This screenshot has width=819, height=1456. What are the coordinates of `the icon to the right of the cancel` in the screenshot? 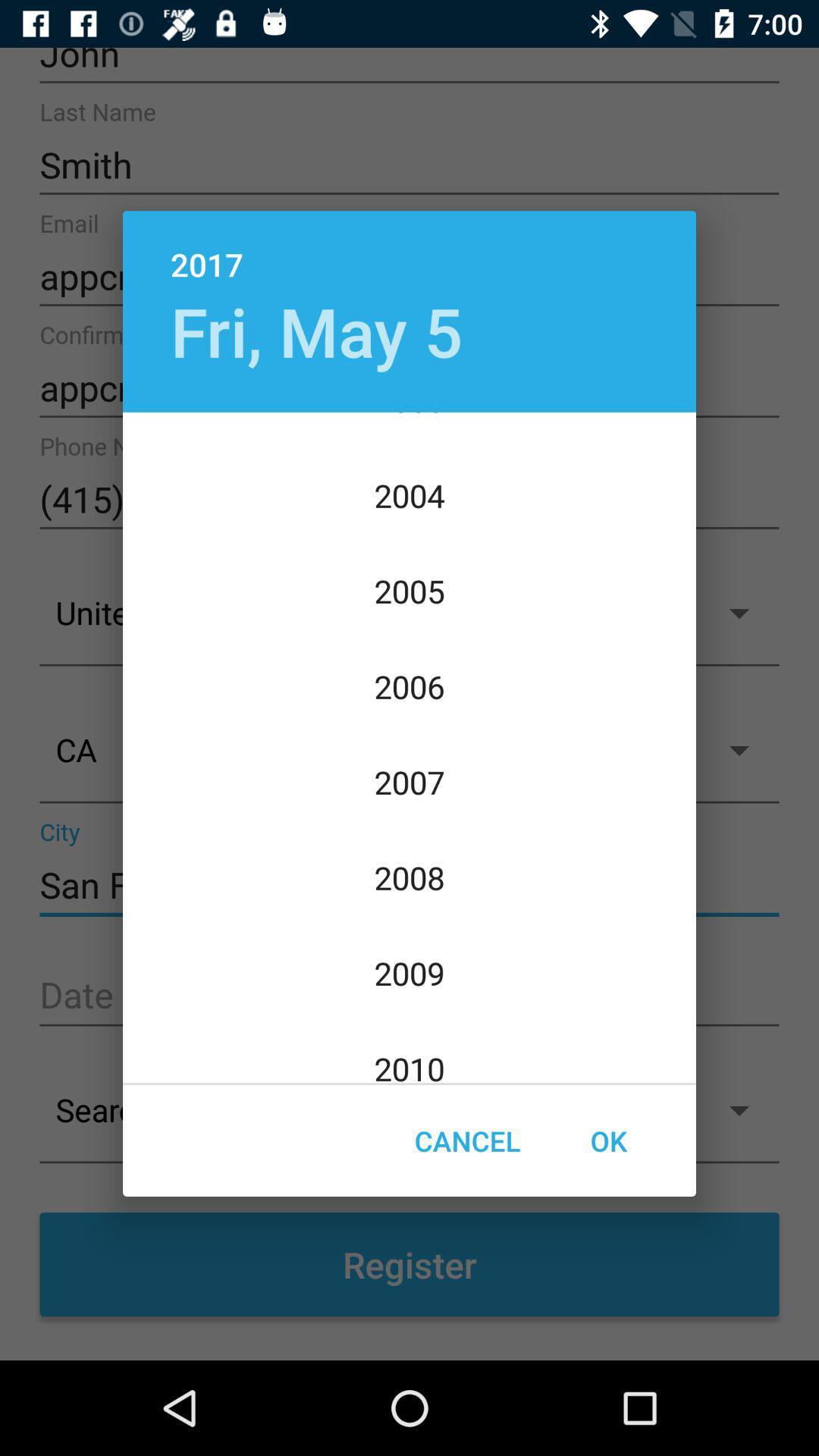 It's located at (607, 1141).